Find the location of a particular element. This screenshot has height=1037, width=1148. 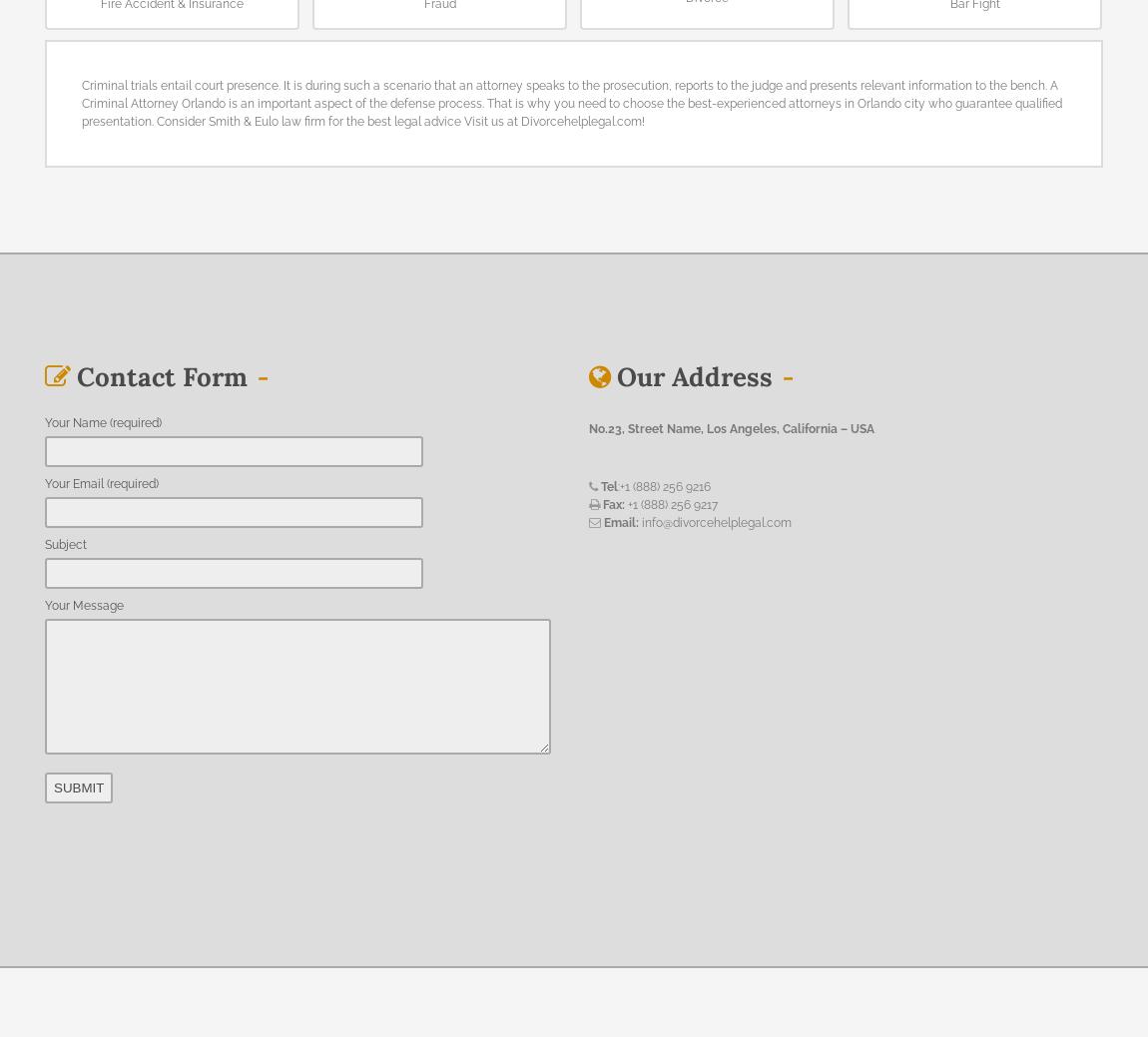

'info@divorcehelplegal.com' is located at coordinates (714, 522).